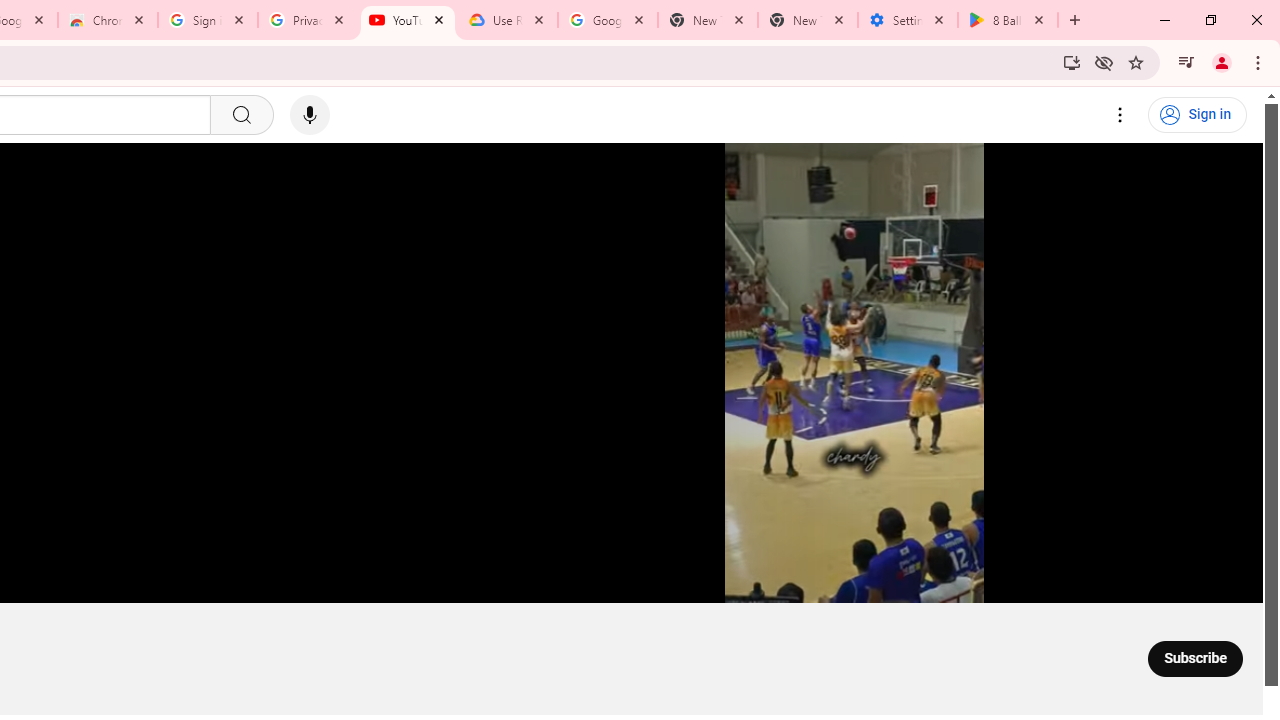 The image size is (1280, 720). What do you see at coordinates (208, 20) in the screenshot?
I see `'Sign in - Google Accounts'` at bounding box center [208, 20].